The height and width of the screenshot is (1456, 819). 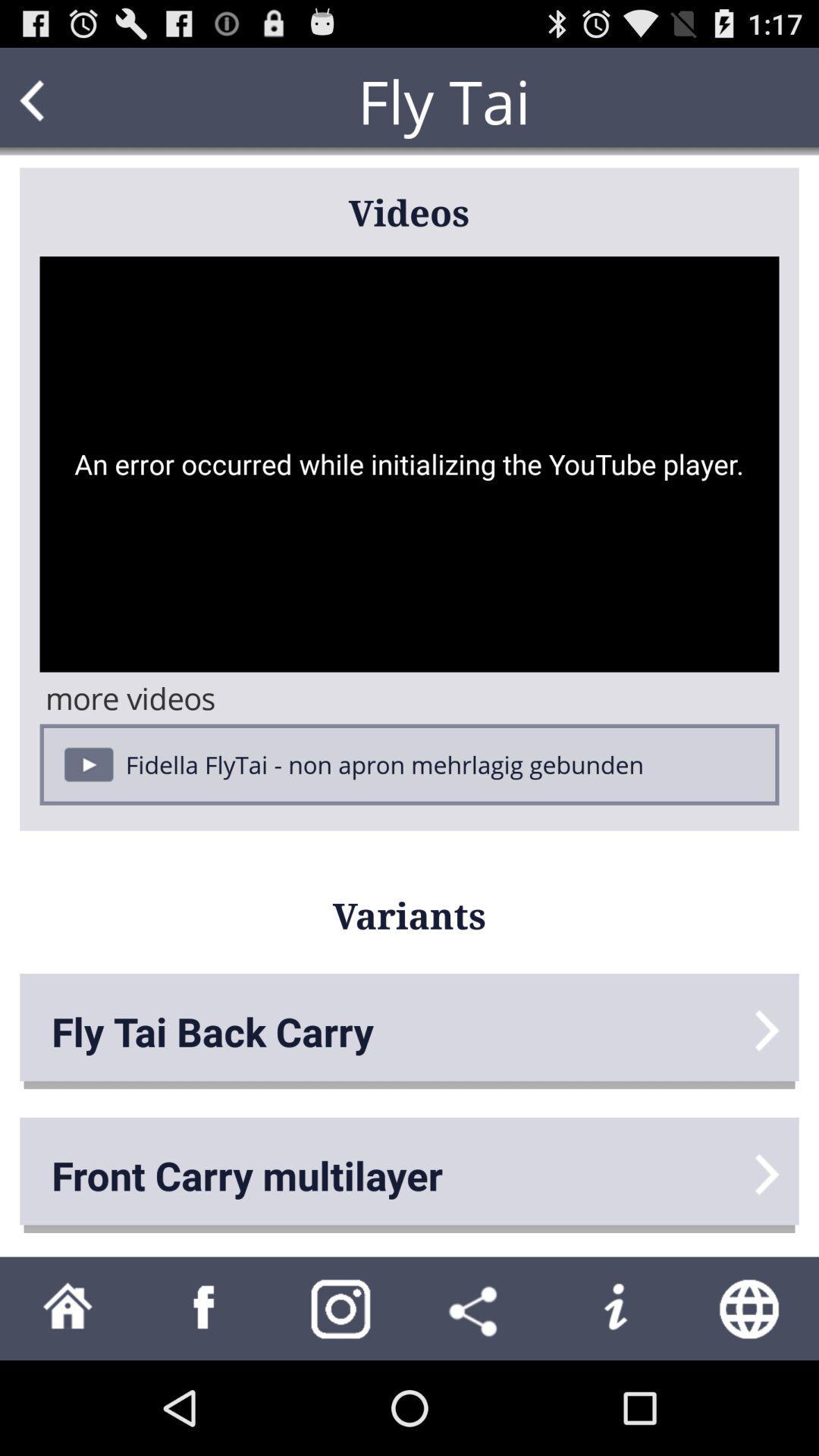 I want to click on share on instagram, so click(x=341, y=1307).